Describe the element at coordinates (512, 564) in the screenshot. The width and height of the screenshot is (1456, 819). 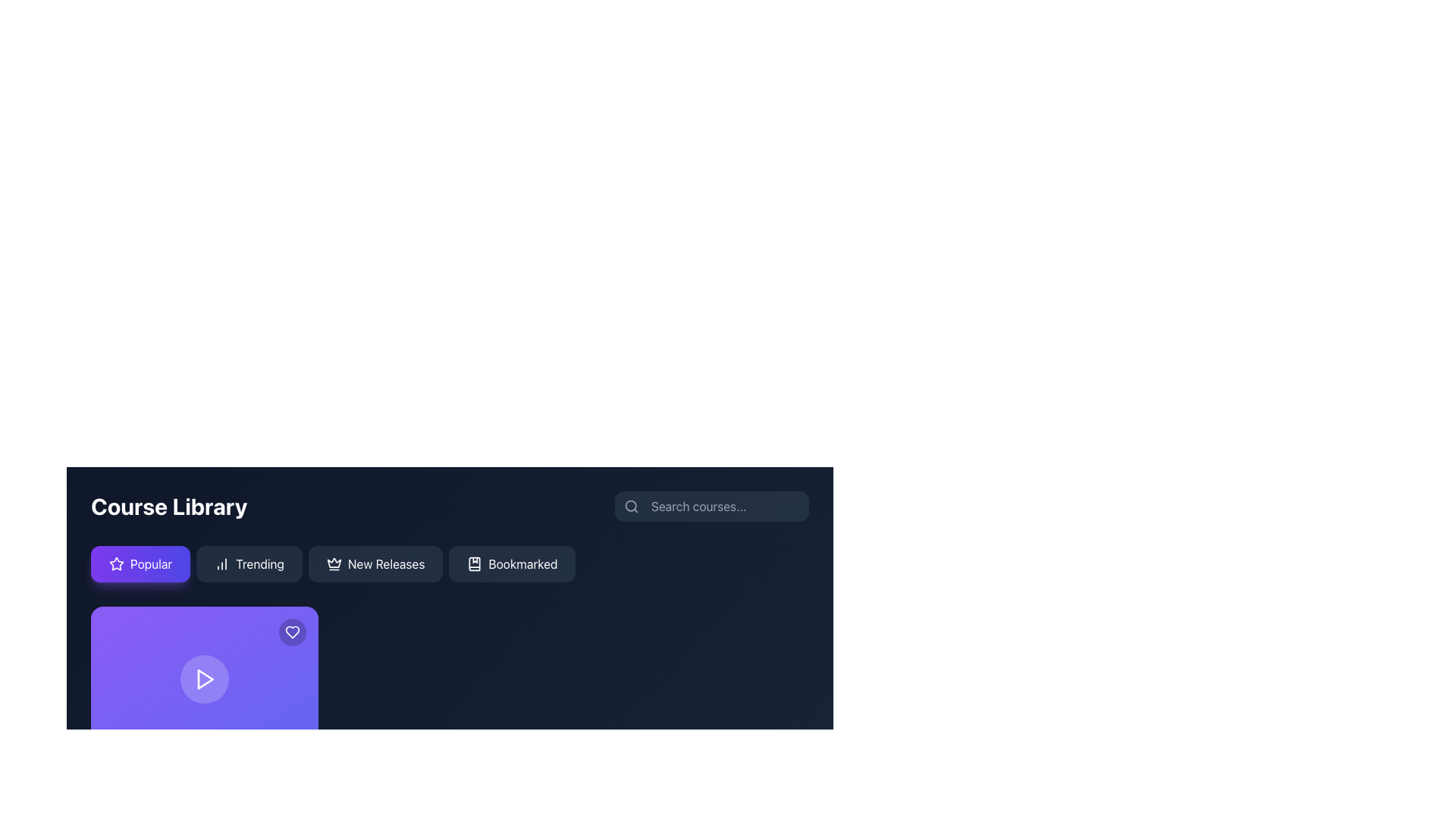
I see `the fourth button labeled 'Bookmarked' in the navigation bar to initiate navigation to the 'Bookmarked' section` at that location.